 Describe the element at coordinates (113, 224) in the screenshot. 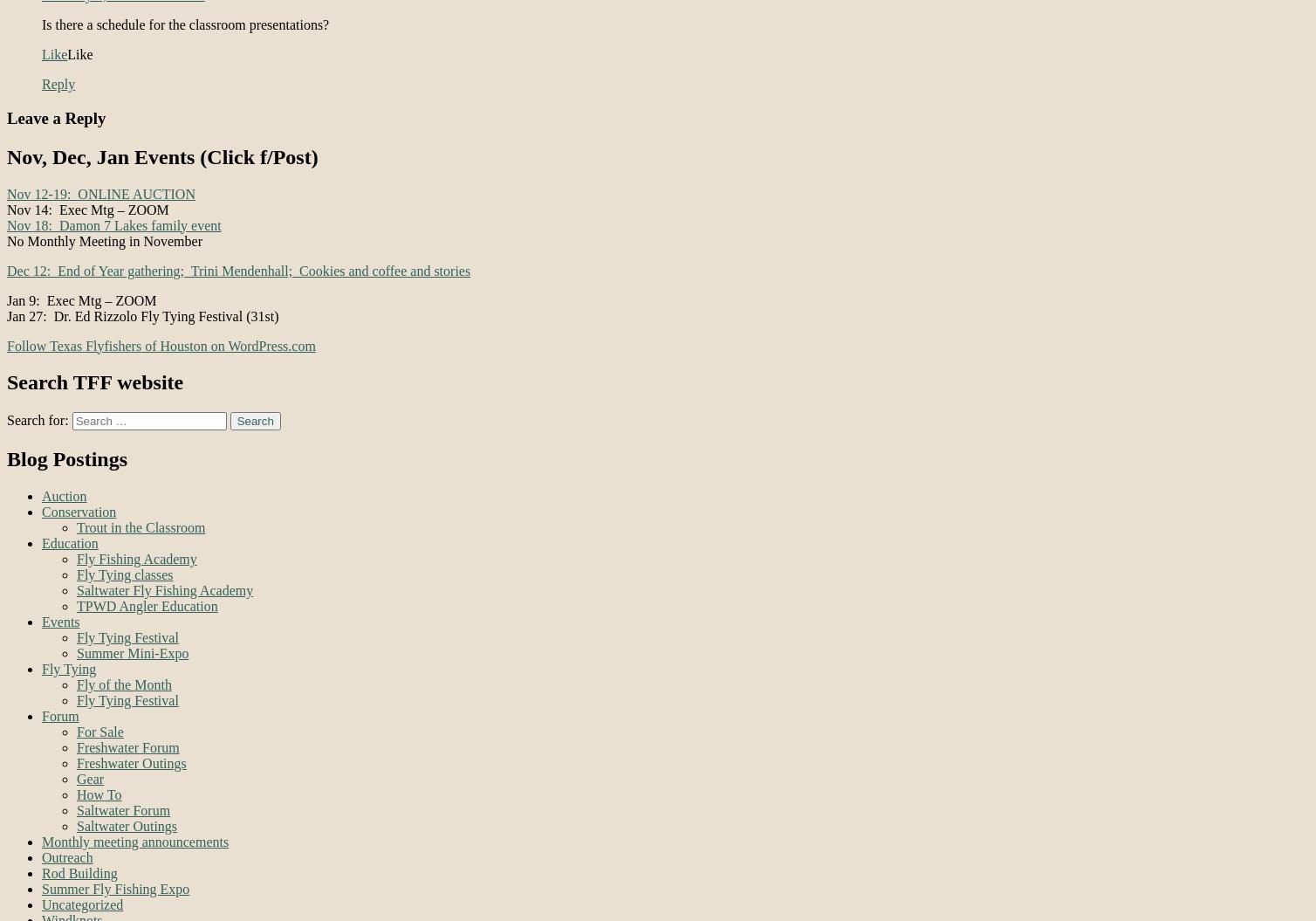

I see `'Nov 18:  Damon 7 Lakes family event'` at that location.